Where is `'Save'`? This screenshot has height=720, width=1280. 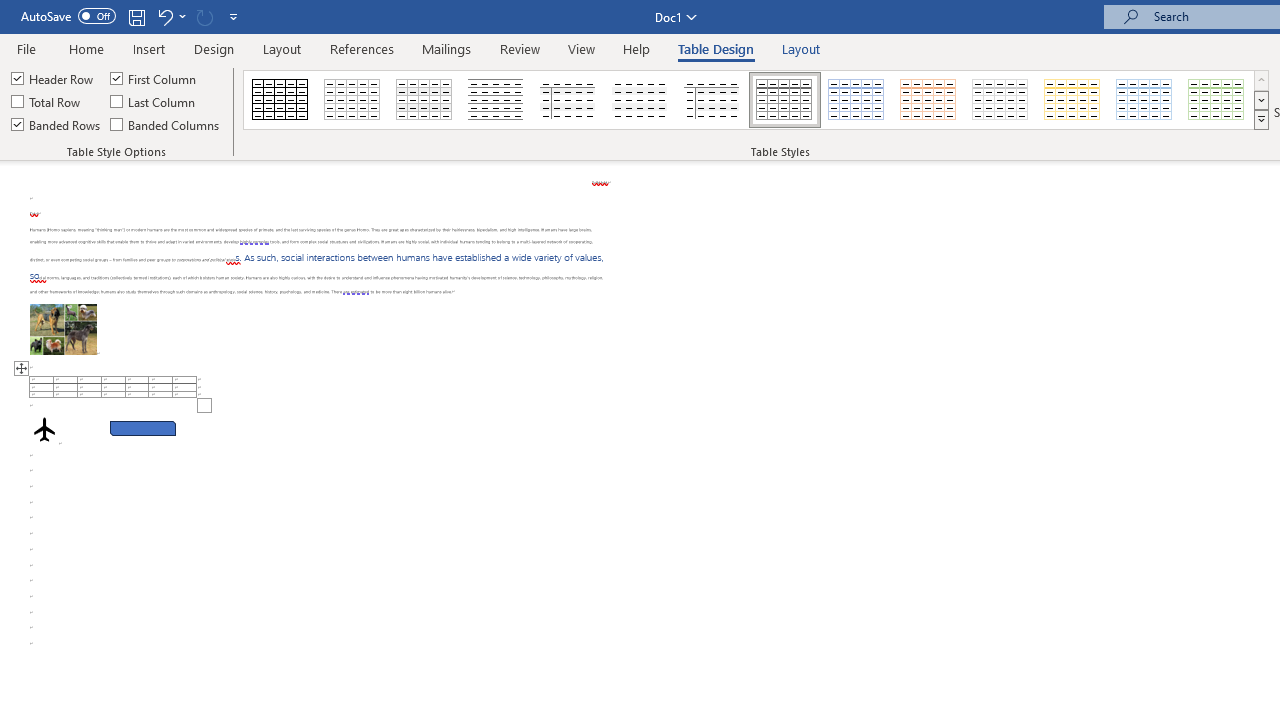
'Save' is located at coordinates (135, 16).